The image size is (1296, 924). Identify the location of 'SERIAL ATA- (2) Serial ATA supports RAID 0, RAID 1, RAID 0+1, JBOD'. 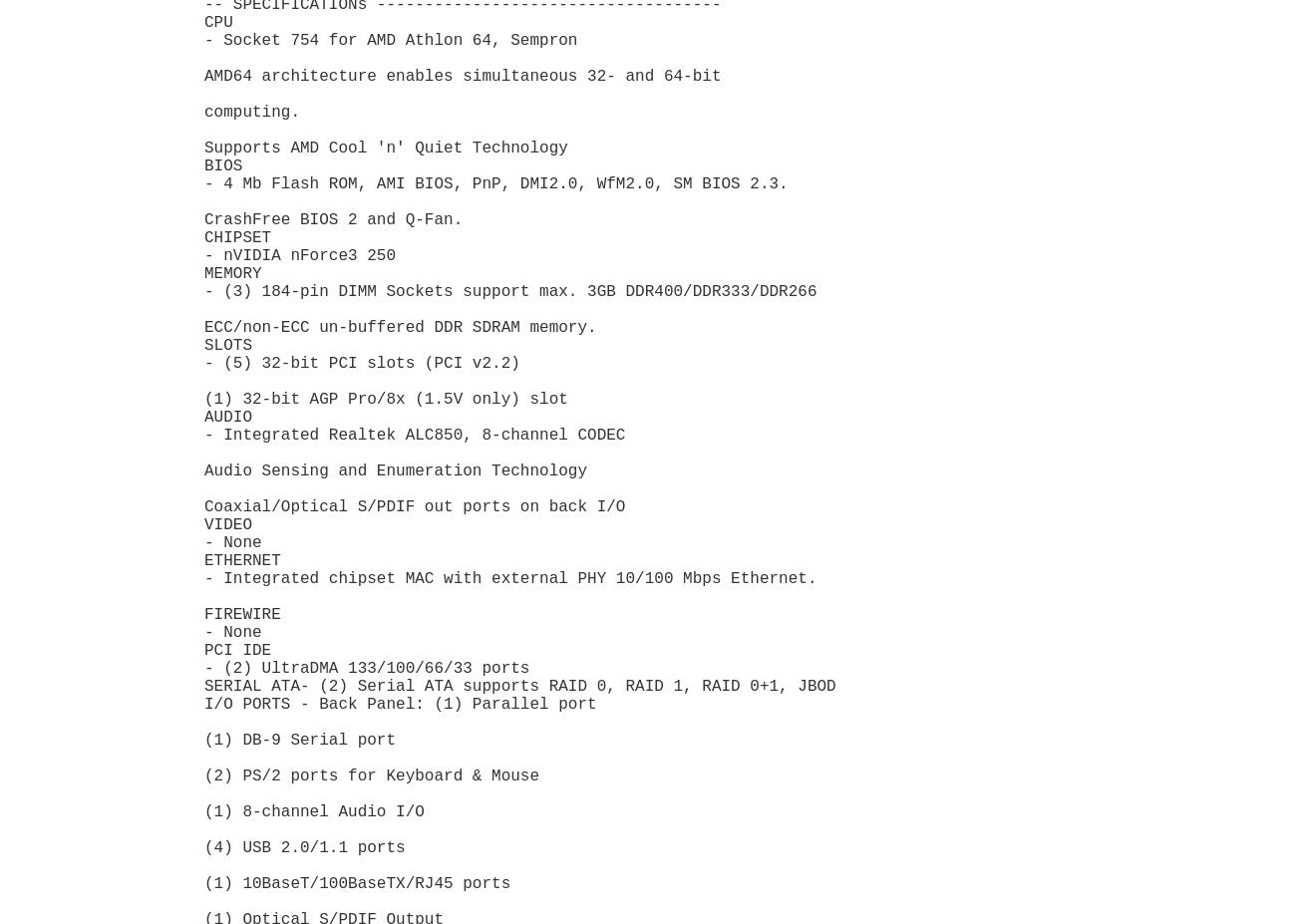
(519, 686).